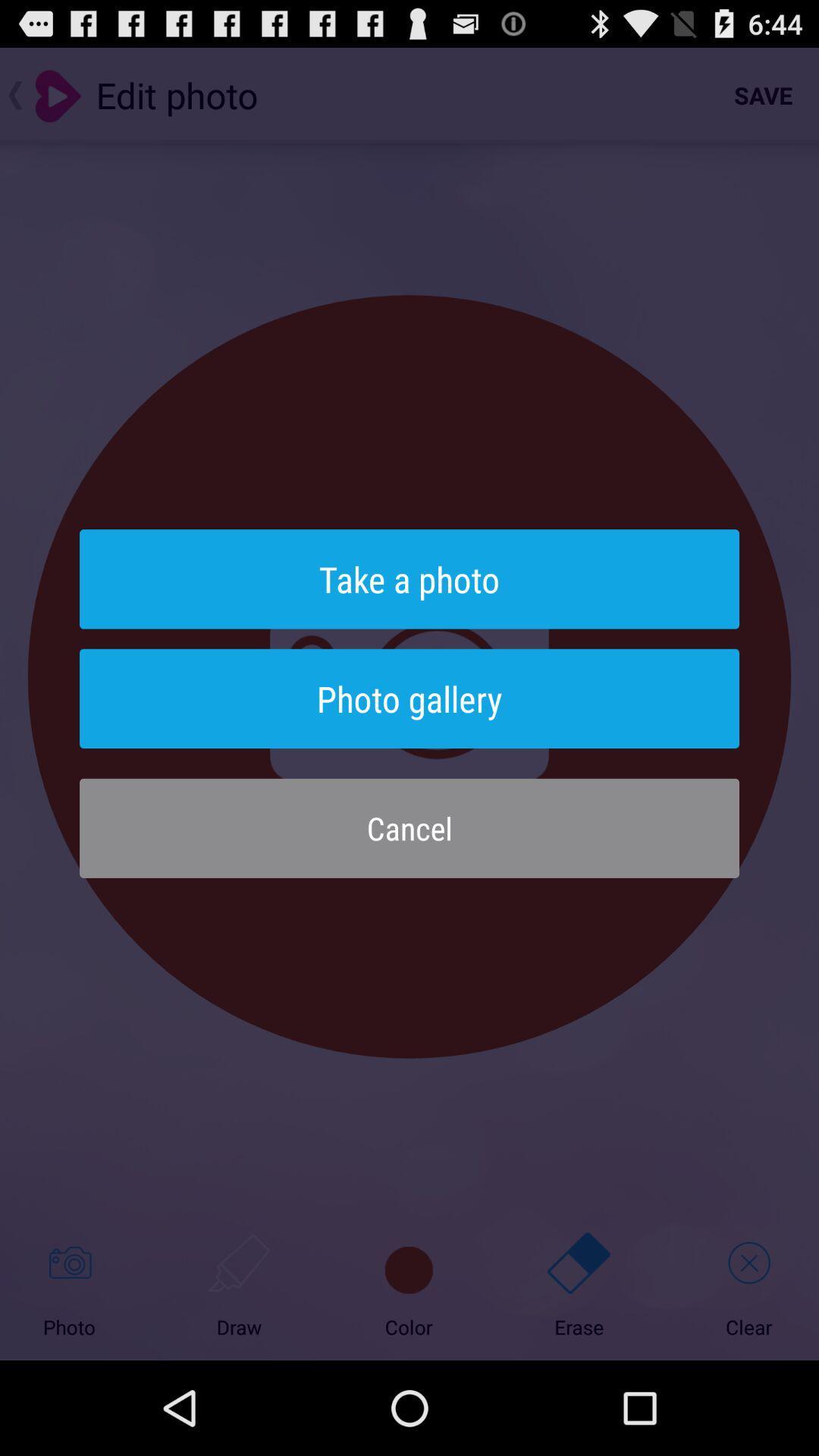 The height and width of the screenshot is (1456, 819). Describe the element at coordinates (409, 698) in the screenshot. I see `the button above cancel item` at that location.